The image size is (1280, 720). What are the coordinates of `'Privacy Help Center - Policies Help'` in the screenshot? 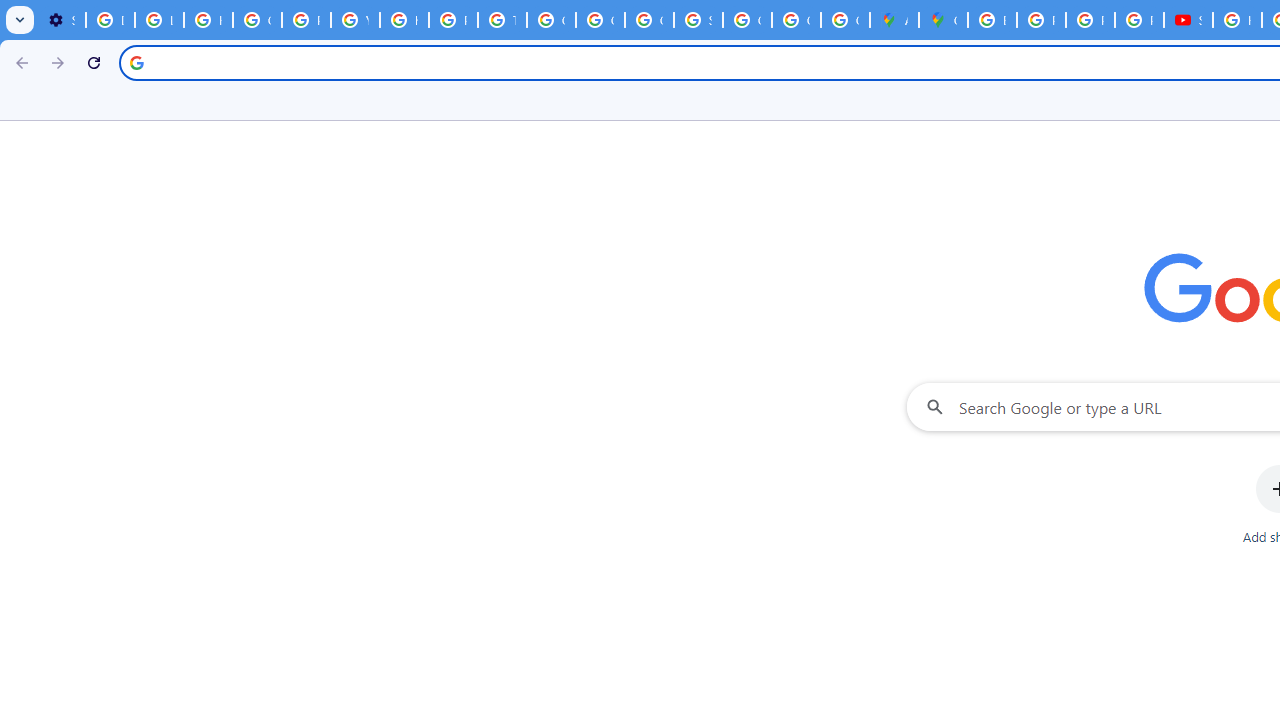 It's located at (452, 20).